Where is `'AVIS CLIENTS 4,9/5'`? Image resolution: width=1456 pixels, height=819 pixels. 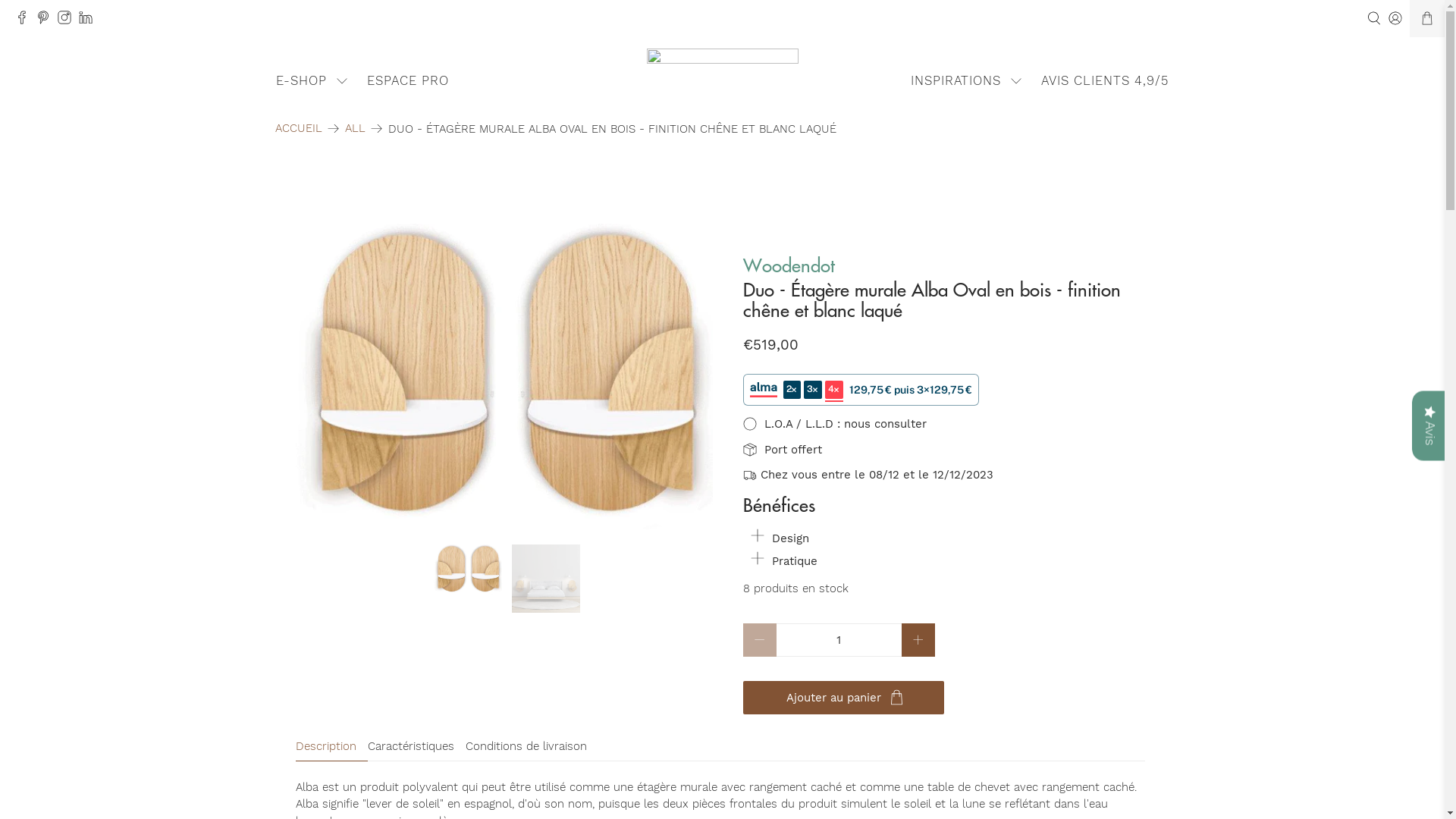
'AVIS CLIENTS 4,9/5' is located at coordinates (1105, 80).